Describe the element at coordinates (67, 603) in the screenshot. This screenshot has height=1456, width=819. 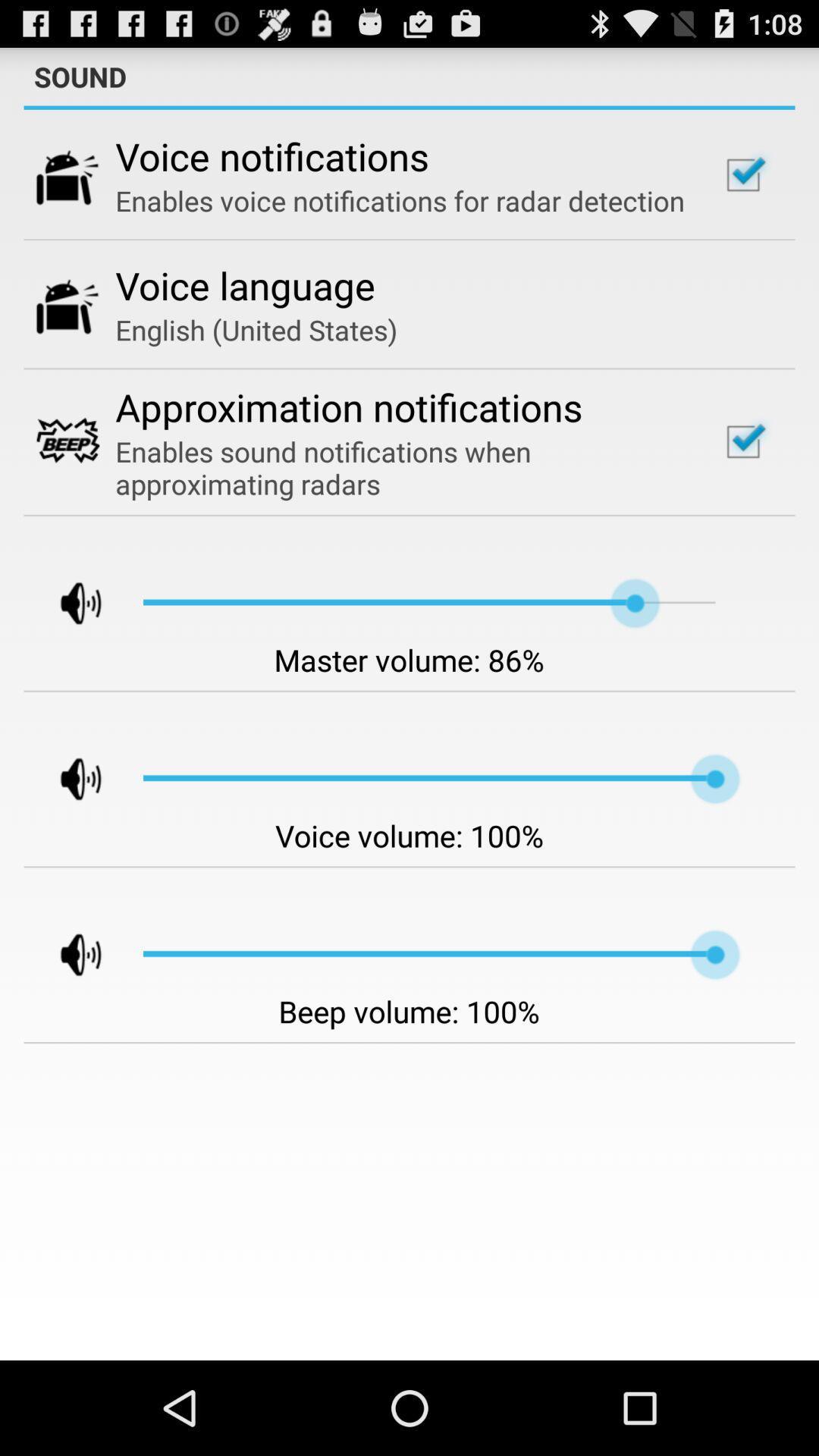
I see `first volume icon` at that location.